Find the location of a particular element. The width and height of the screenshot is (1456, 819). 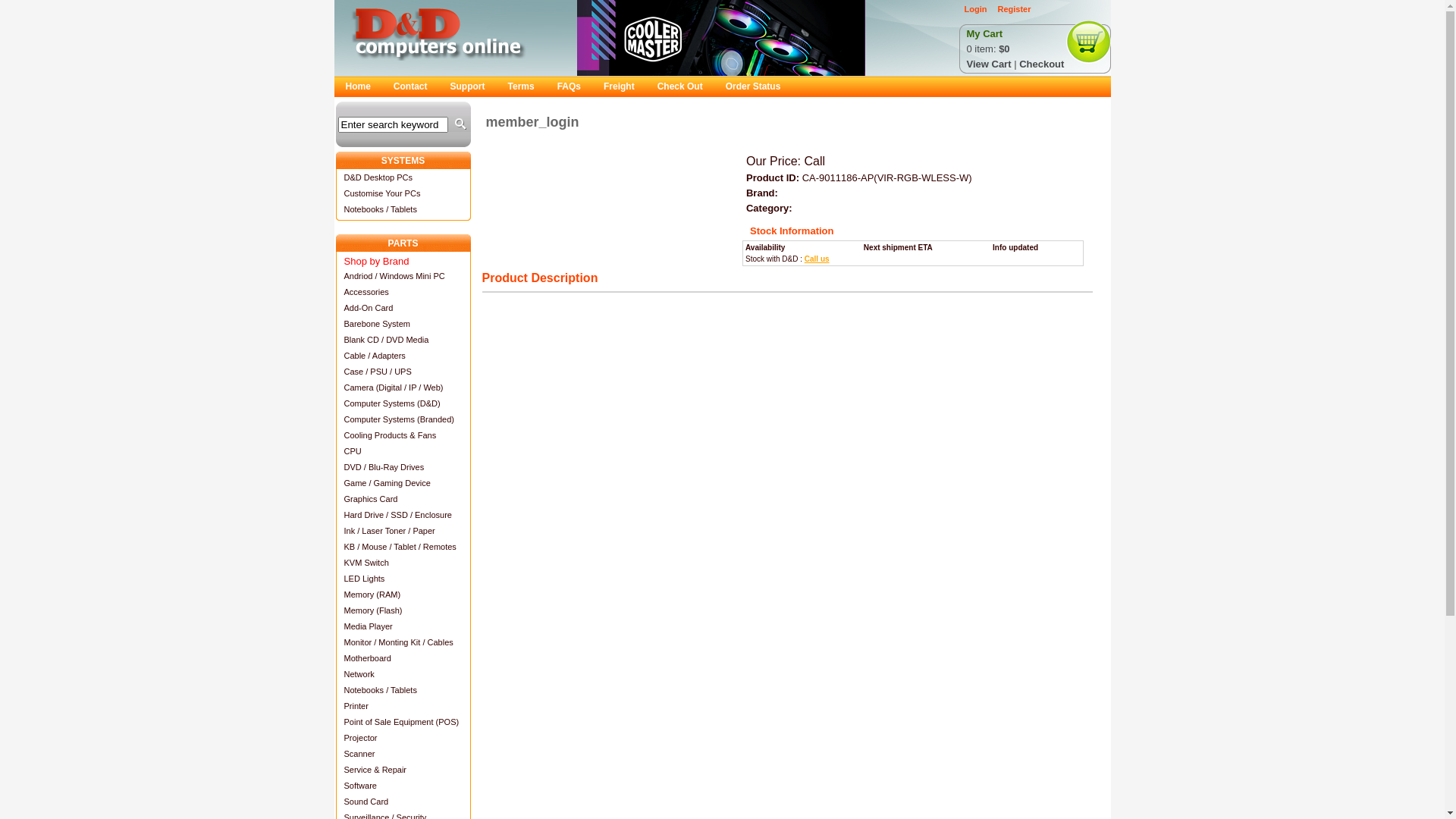

'Game / Gaming Device' is located at coordinates (334, 482).